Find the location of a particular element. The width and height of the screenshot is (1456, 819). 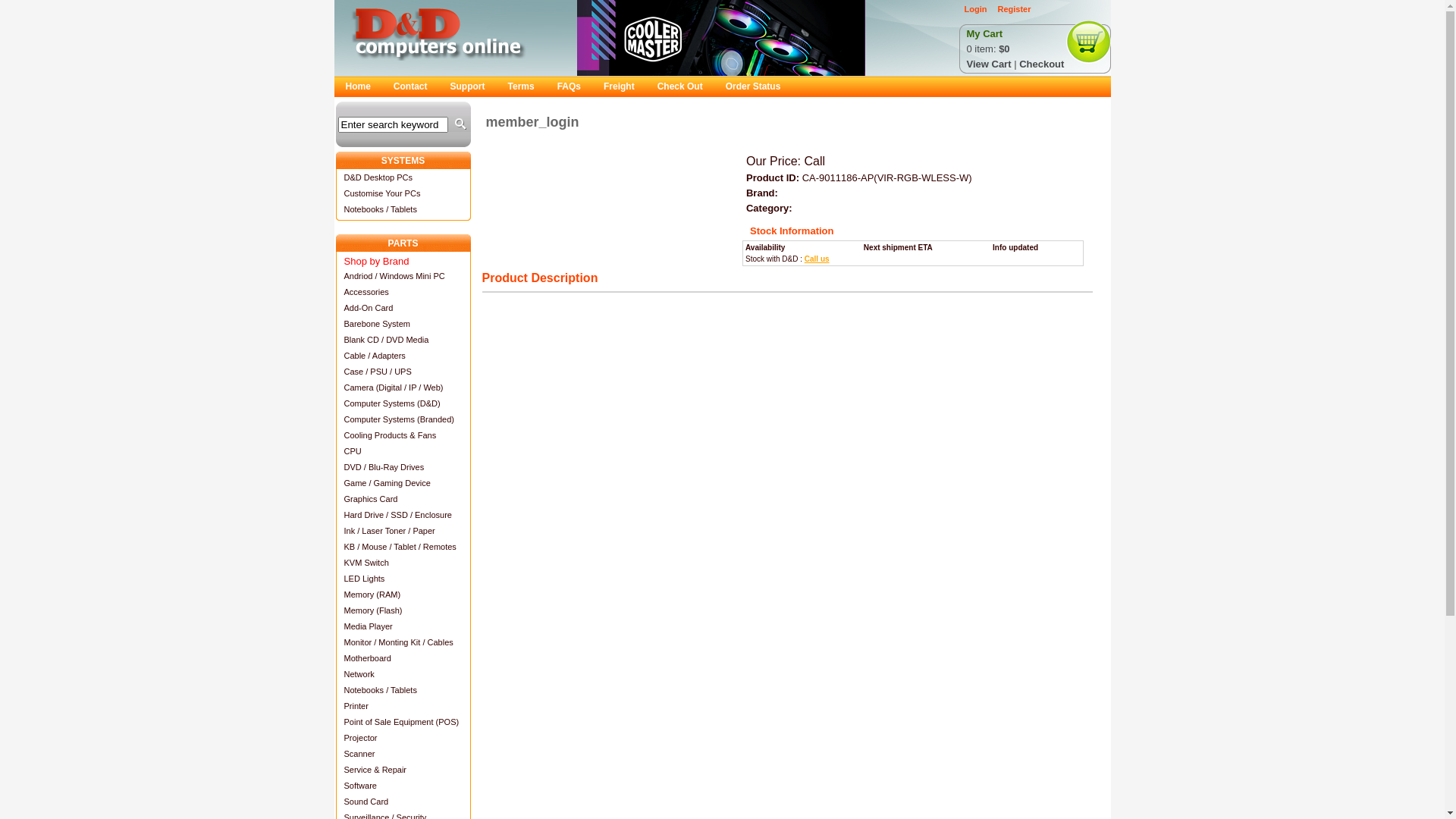

'Game / Gaming Device' is located at coordinates (334, 482).